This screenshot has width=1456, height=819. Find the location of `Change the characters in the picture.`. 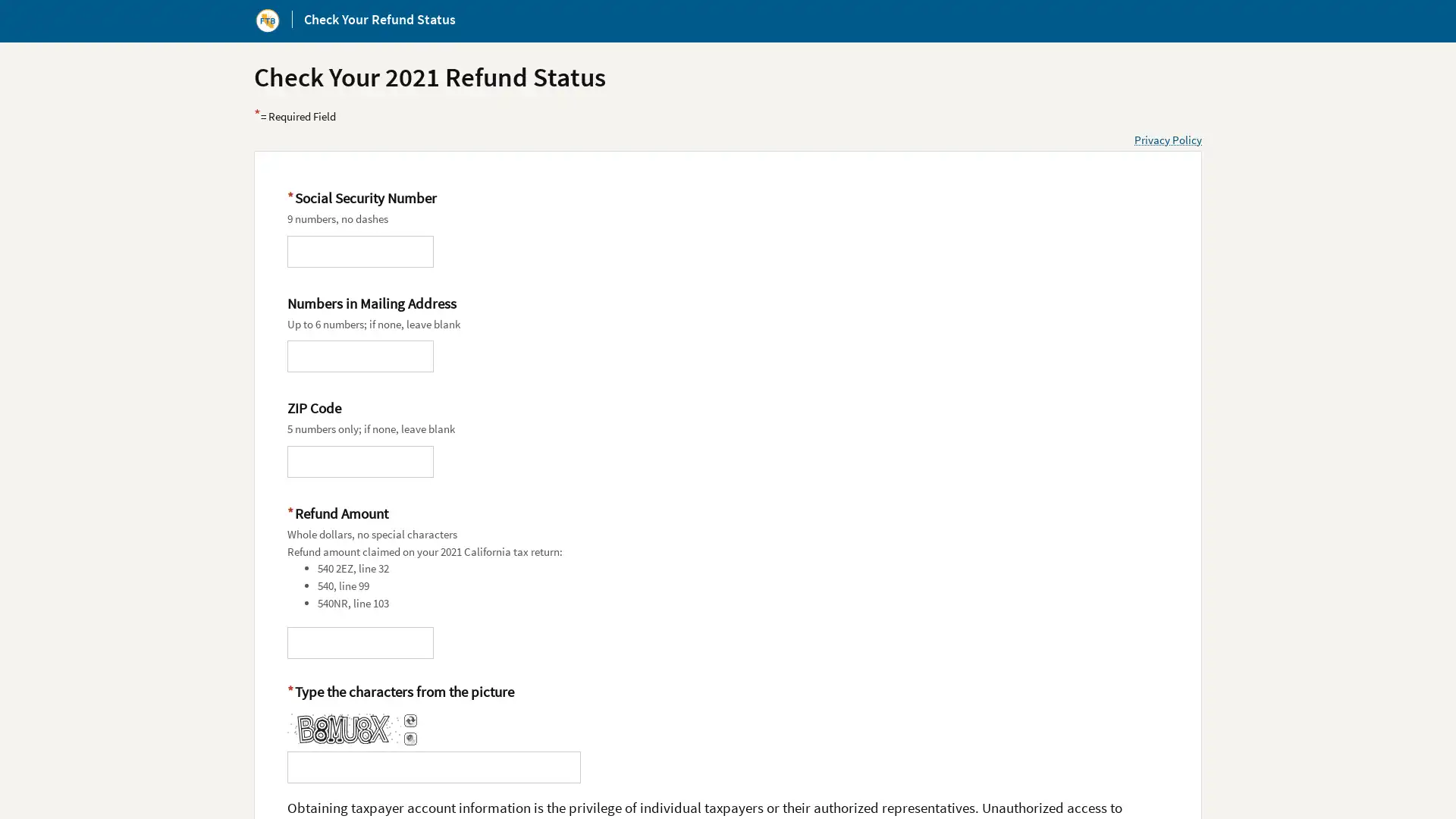

Change the characters in the picture. is located at coordinates (409, 720).